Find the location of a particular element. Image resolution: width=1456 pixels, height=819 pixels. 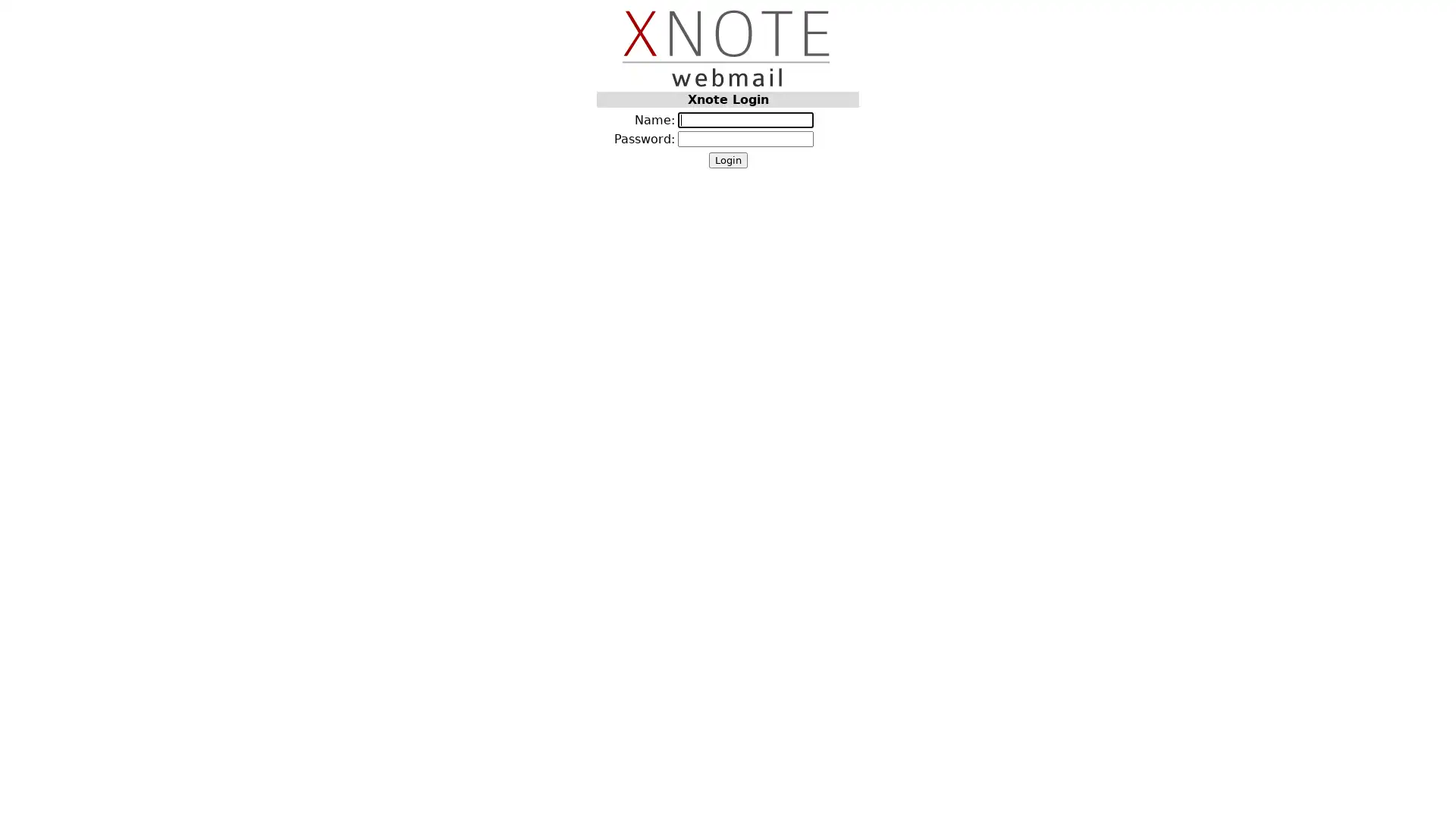

Login is located at coordinates (726, 160).